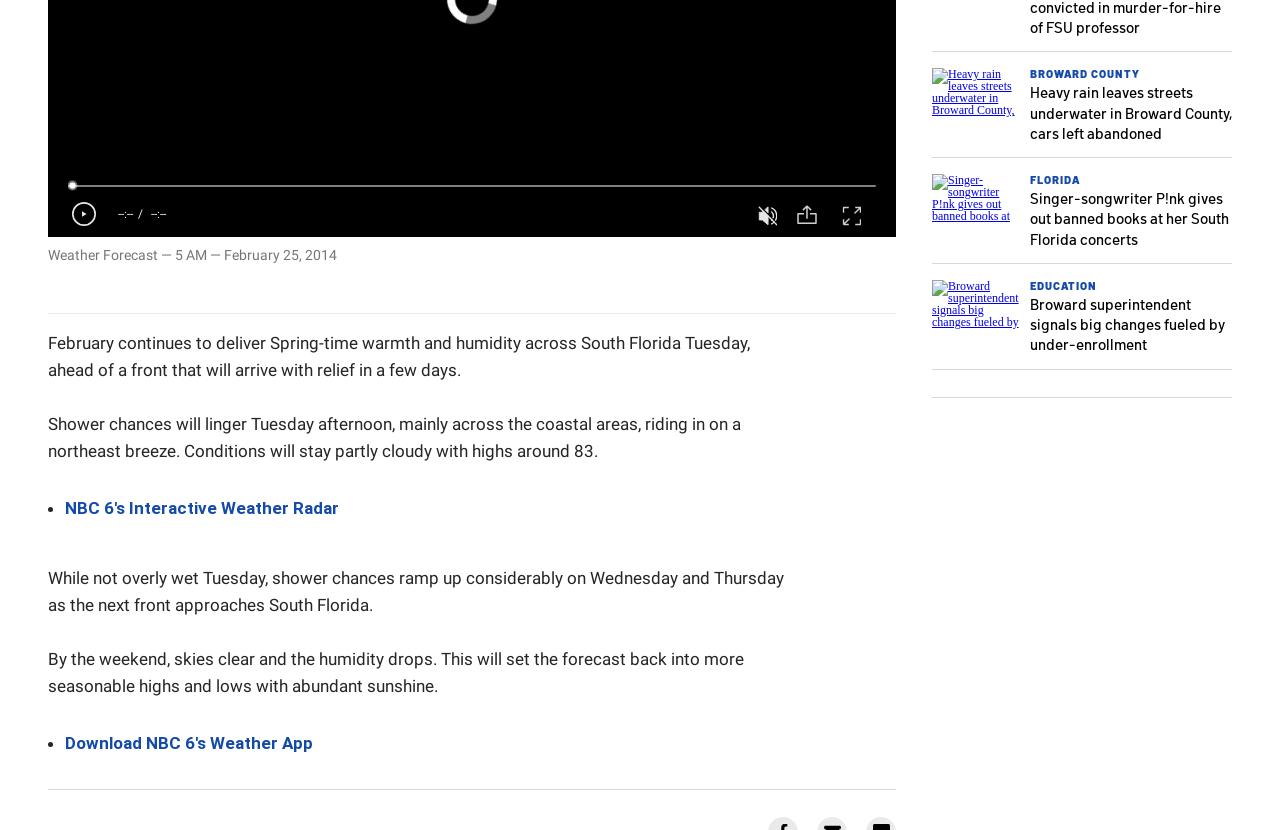 This screenshot has width=1280, height=830. I want to click on 'Download NBC 6's Weather App', so click(189, 741).